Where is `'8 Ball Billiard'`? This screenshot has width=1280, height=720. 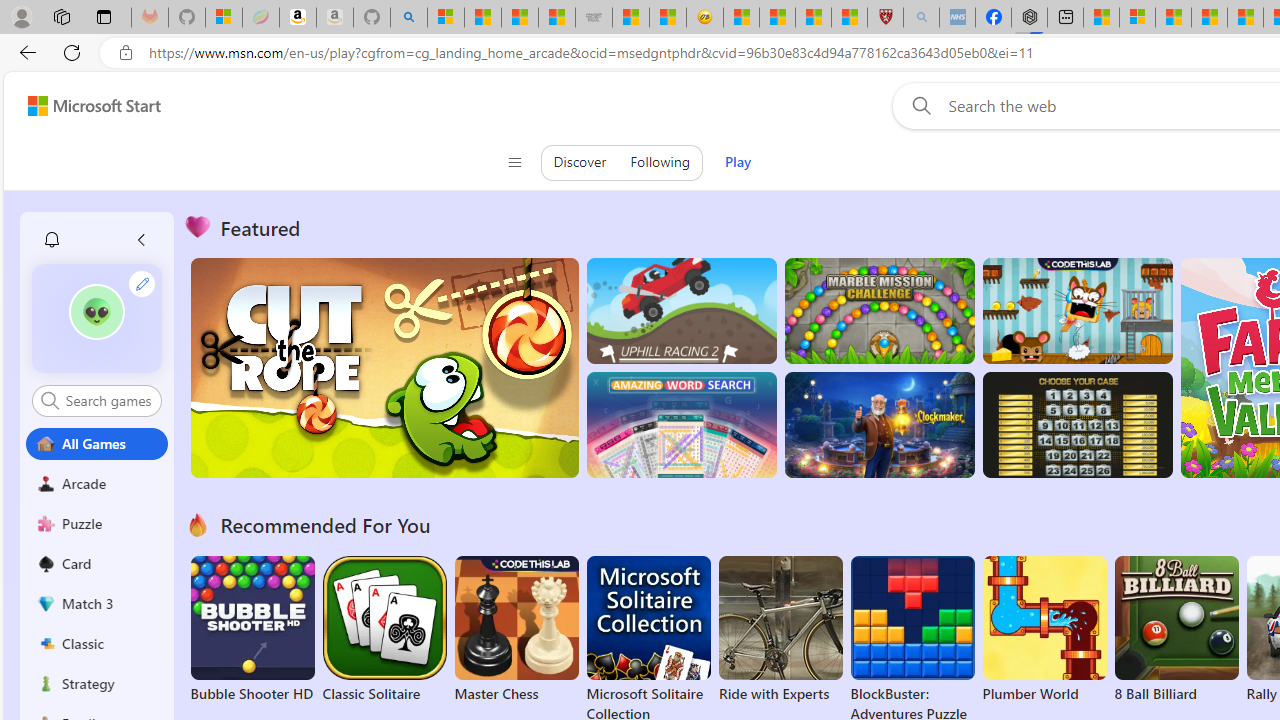 '8 Ball Billiard' is located at coordinates (1176, 630).